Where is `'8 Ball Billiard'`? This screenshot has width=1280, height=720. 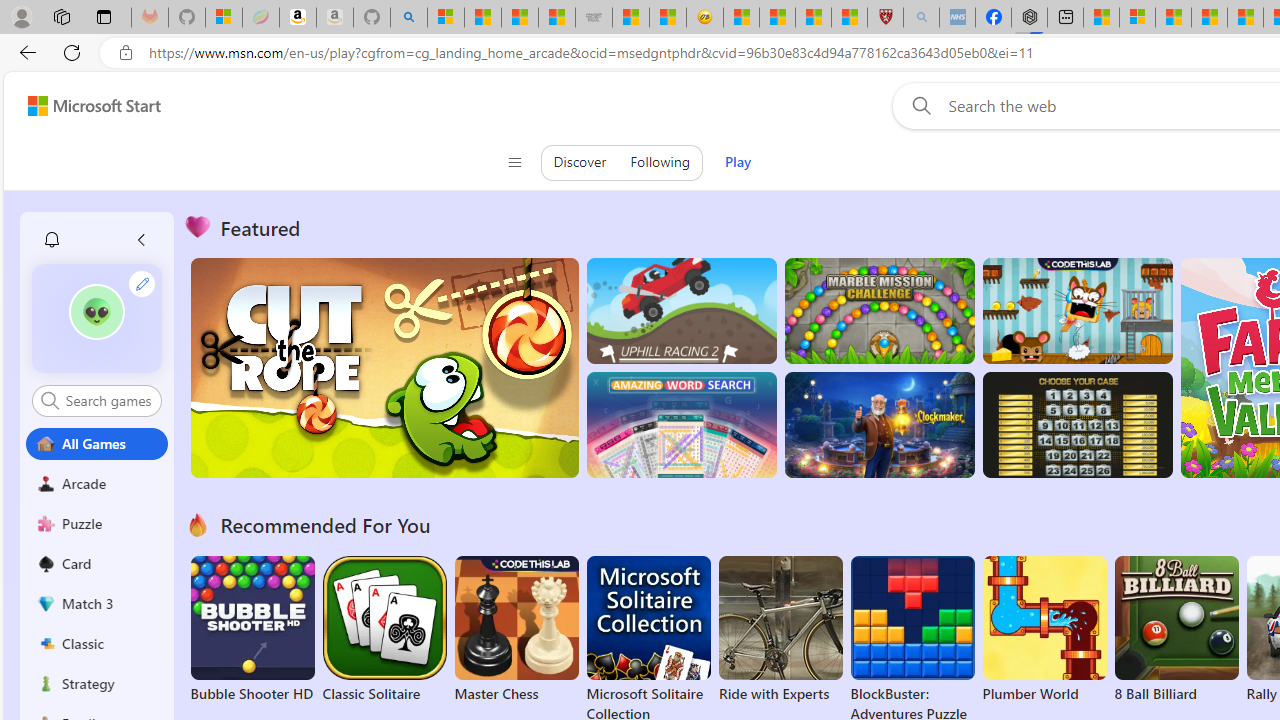 '8 Ball Billiard' is located at coordinates (1176, 630).